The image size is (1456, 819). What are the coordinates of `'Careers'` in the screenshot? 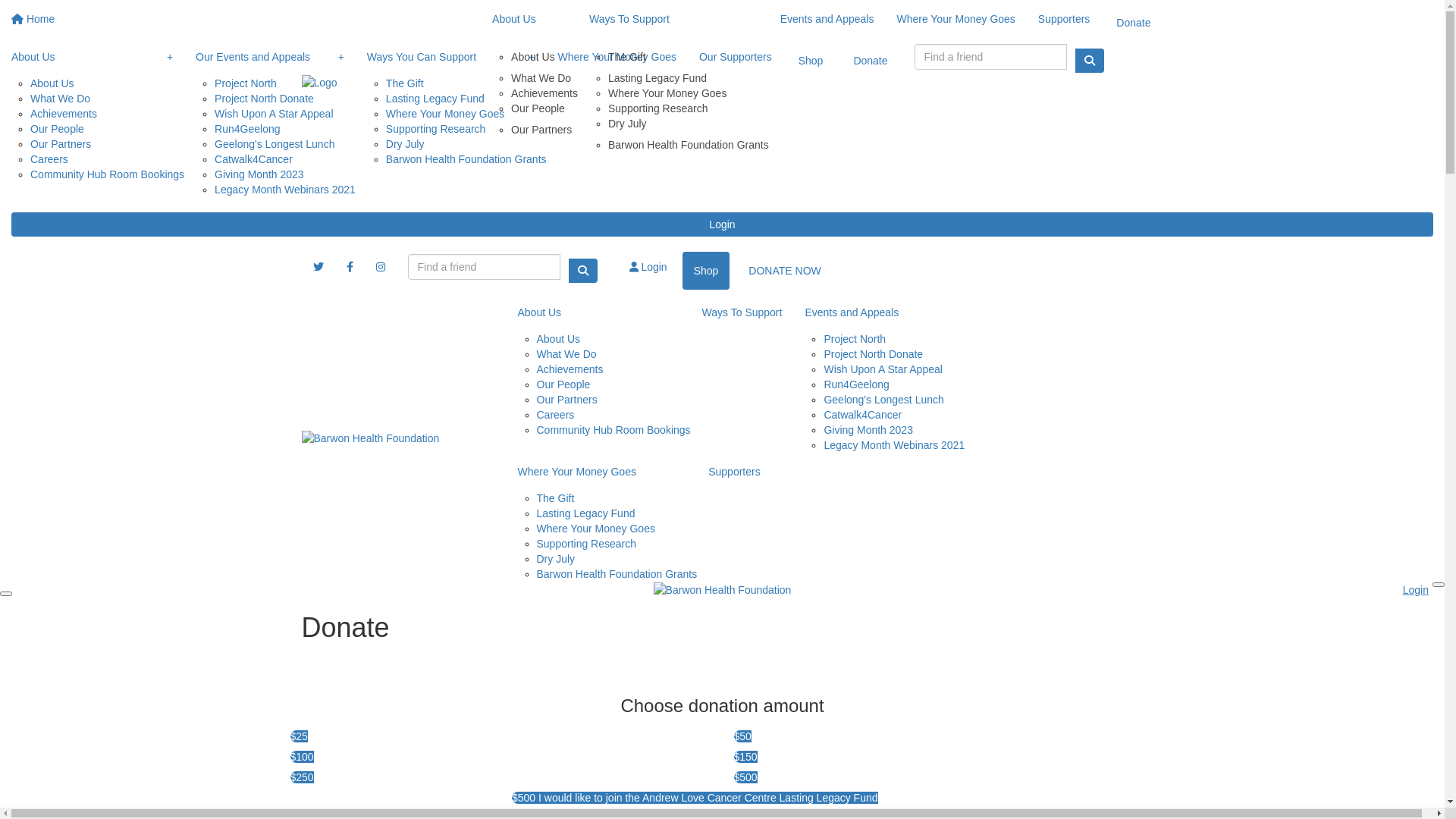 It's located at (49, 158).